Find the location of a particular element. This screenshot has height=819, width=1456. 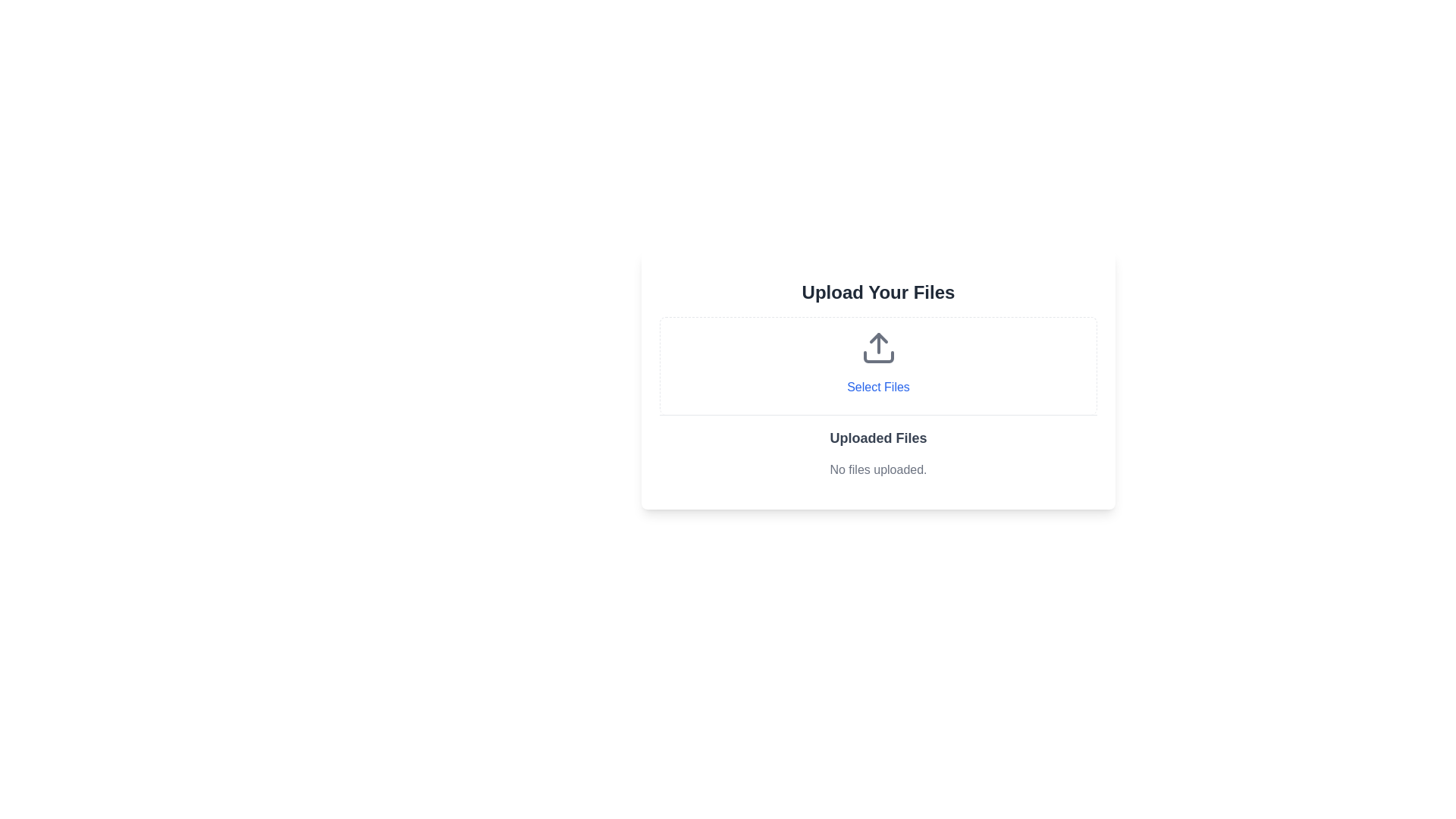

the clickable button for file selection, which is centrally positioned below the heading 'Upload Your Files' and above 'Uploaded Files' is located at coordinates (878, 366).